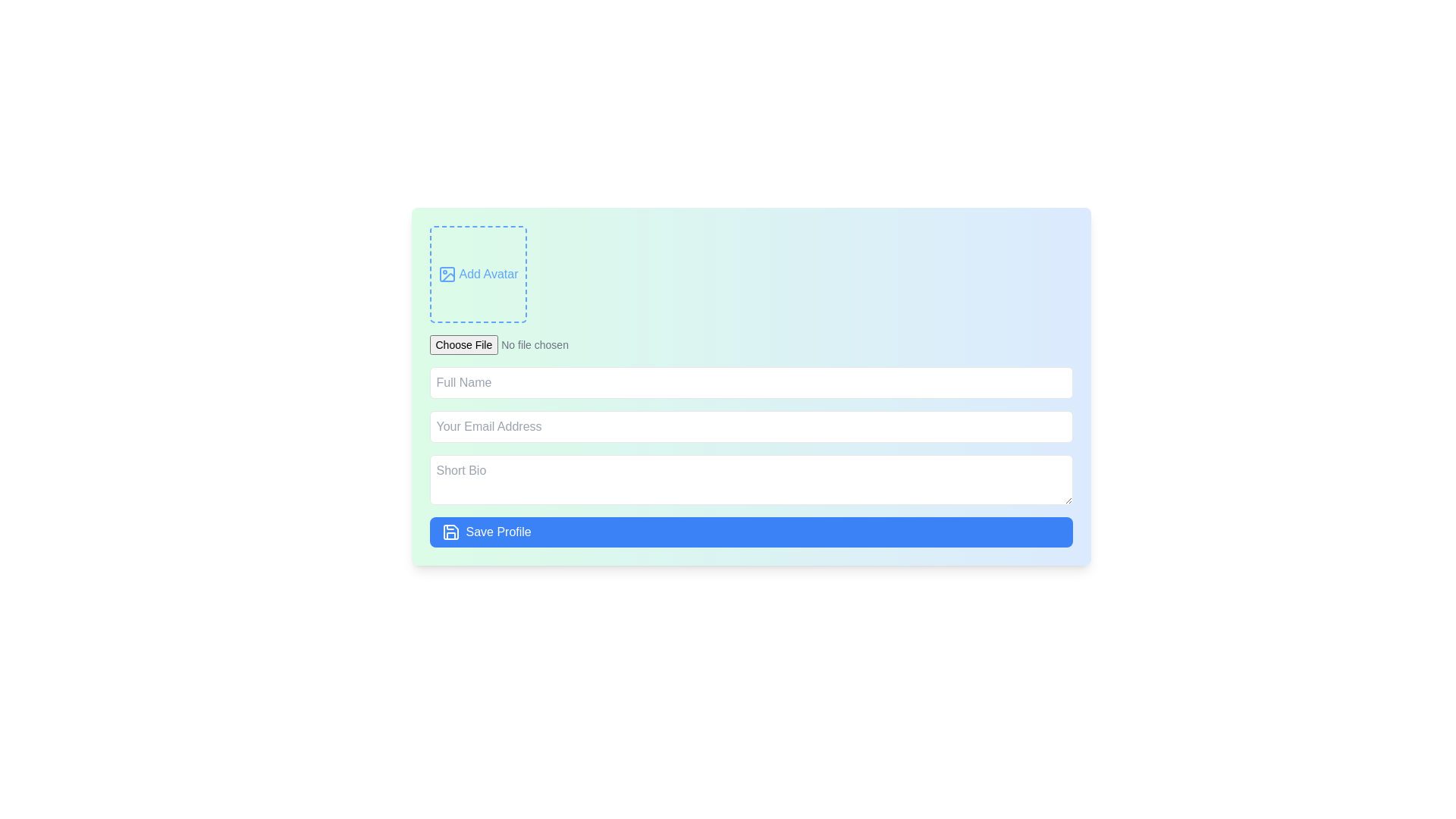  Describe the element at coordinates (751, 382) in the screenshot. I see `the text input field for full name by pressing the tab key to focus on it` at that location.